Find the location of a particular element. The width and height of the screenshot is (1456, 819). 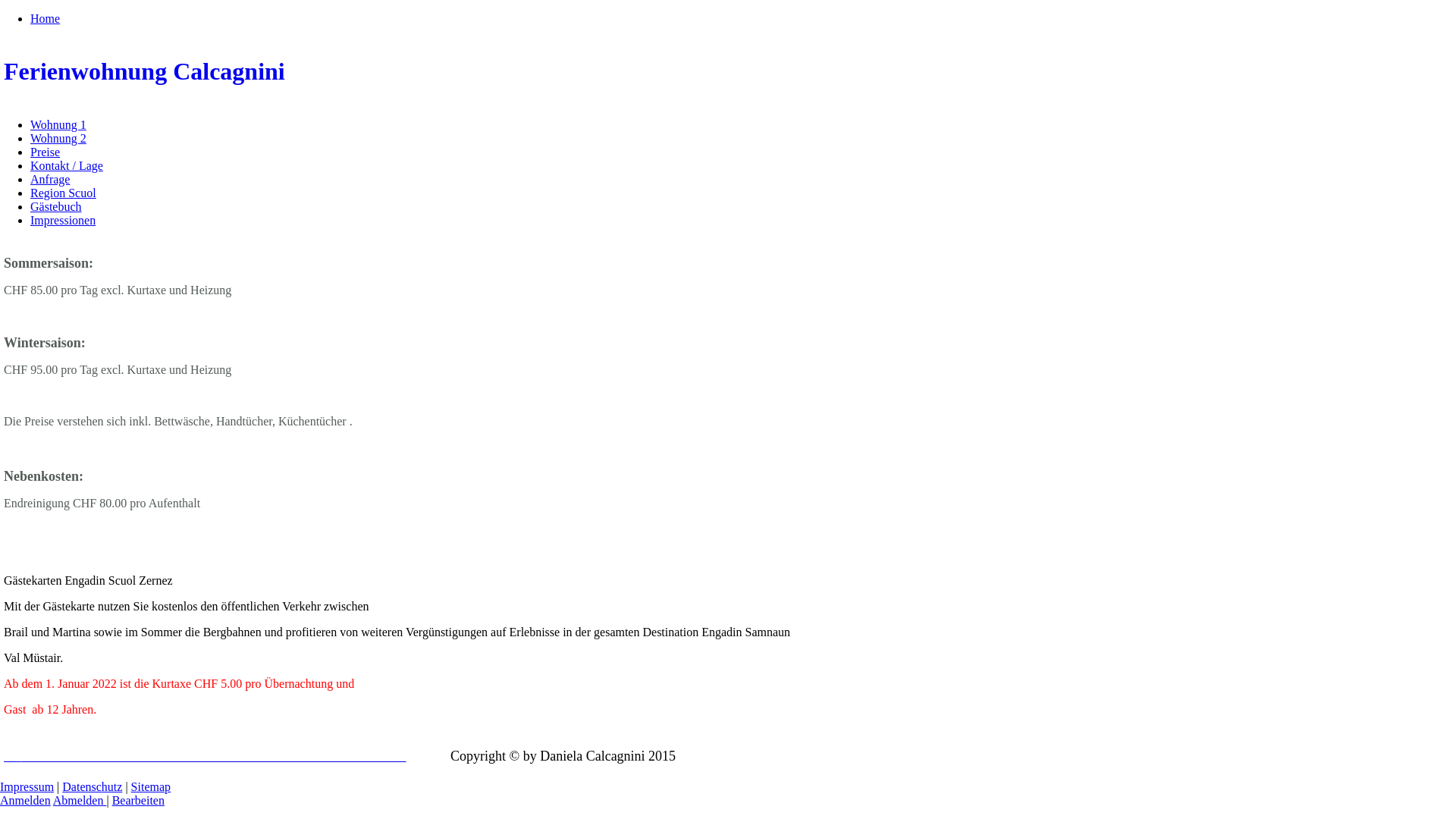

'Datenschutz' is located at coordinates (91, 786).